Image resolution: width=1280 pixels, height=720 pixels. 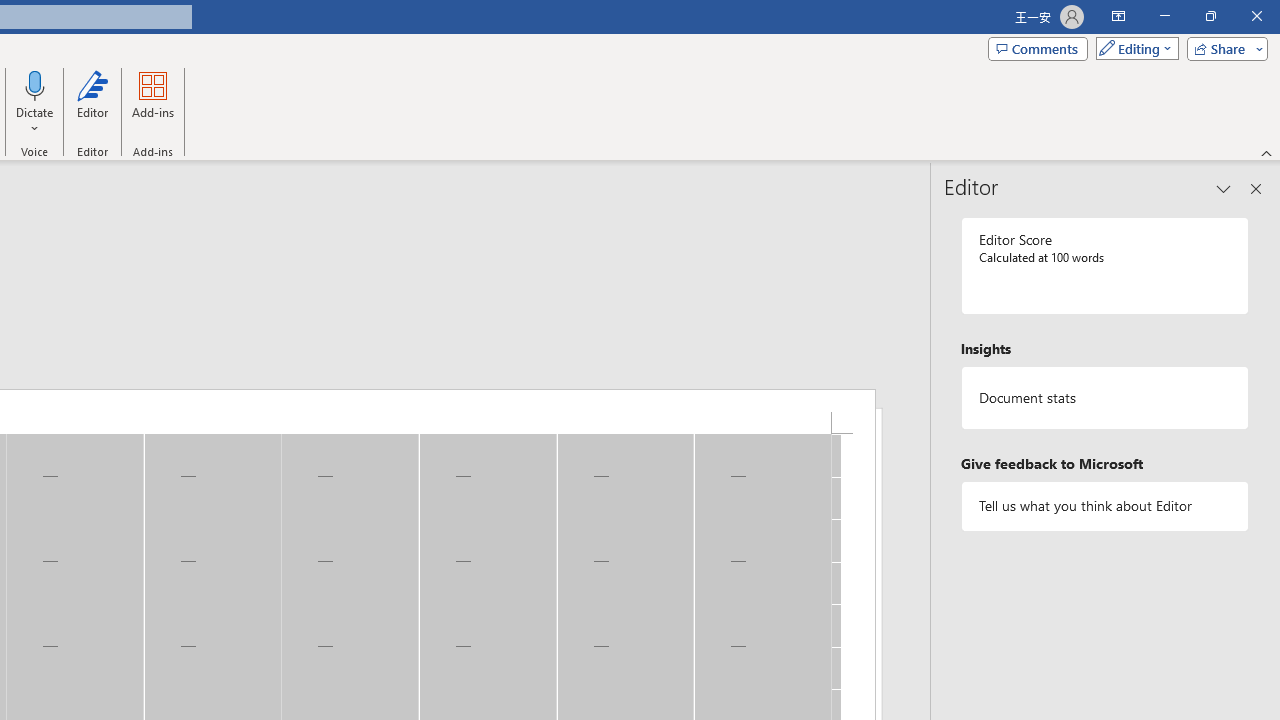 I want to click on 'Share', so click(x=1222, y=47).